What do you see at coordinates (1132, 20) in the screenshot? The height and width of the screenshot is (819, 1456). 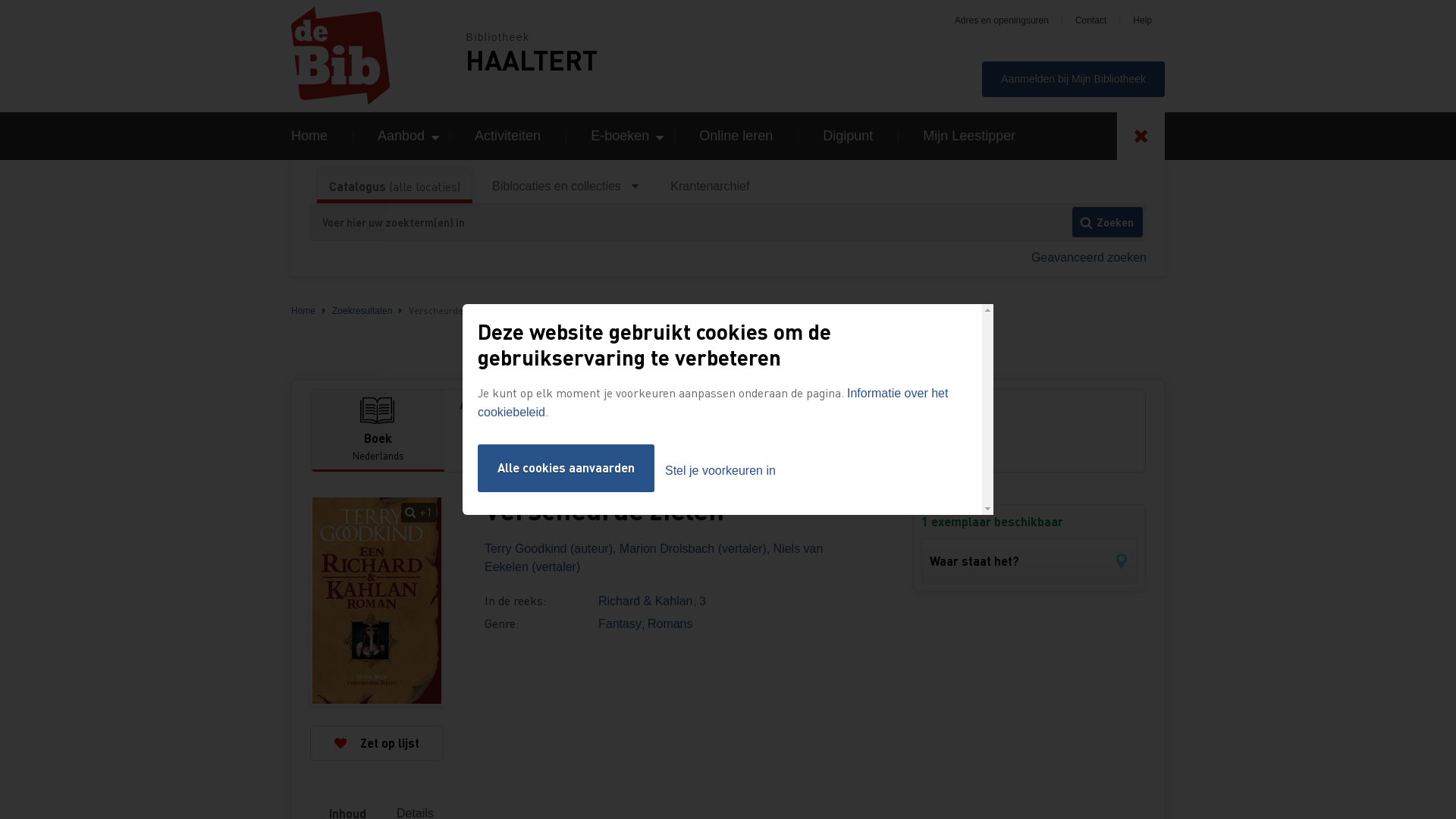 I see `'Help'` at bounding box center [1132, 20].